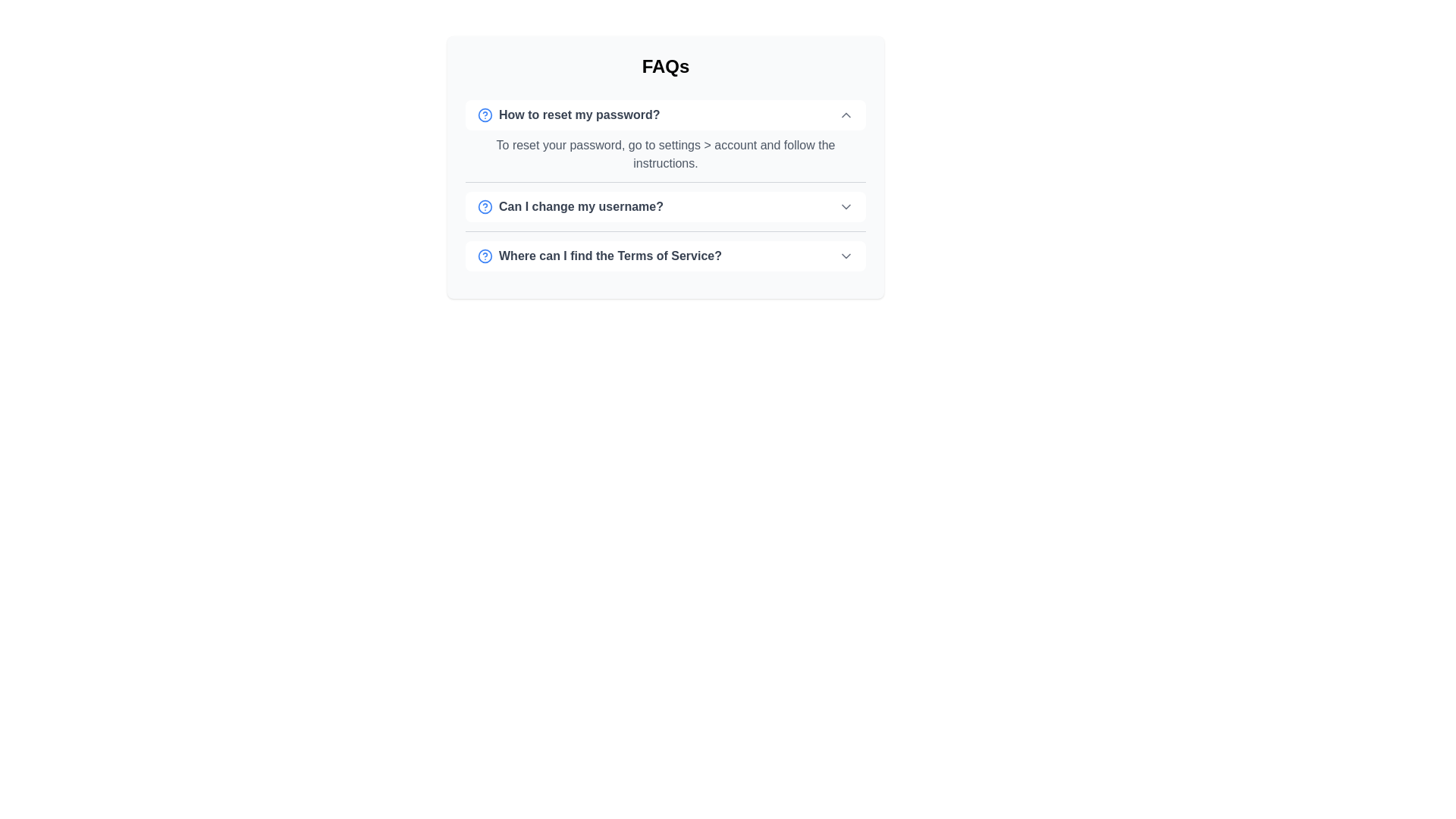  I want to click on the collapsible question item that reads 'Where can I find the Terms of Service?', so click(666, 255).